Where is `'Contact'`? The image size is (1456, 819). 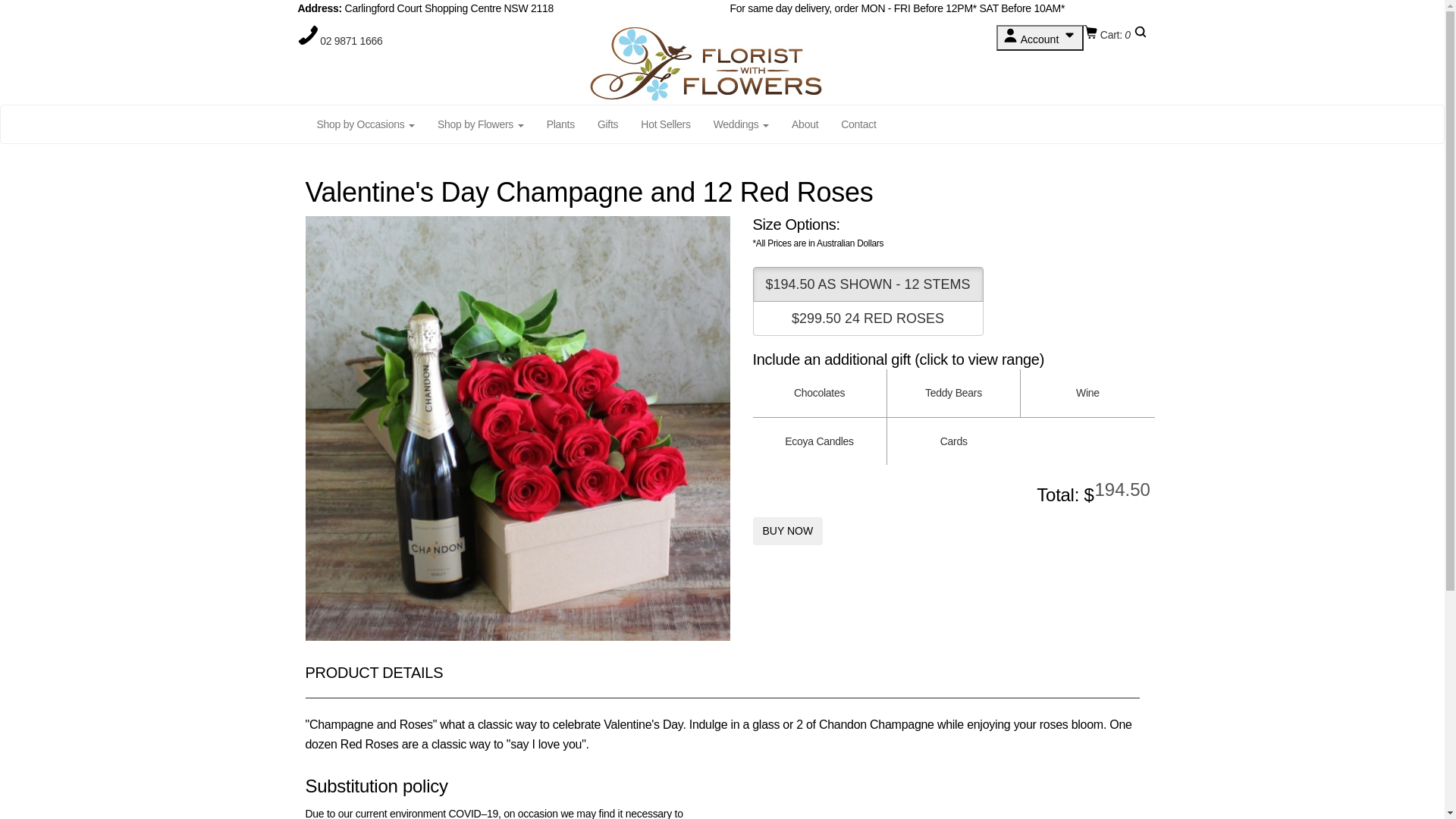
'Contact' is located at coordinates (829, 124).